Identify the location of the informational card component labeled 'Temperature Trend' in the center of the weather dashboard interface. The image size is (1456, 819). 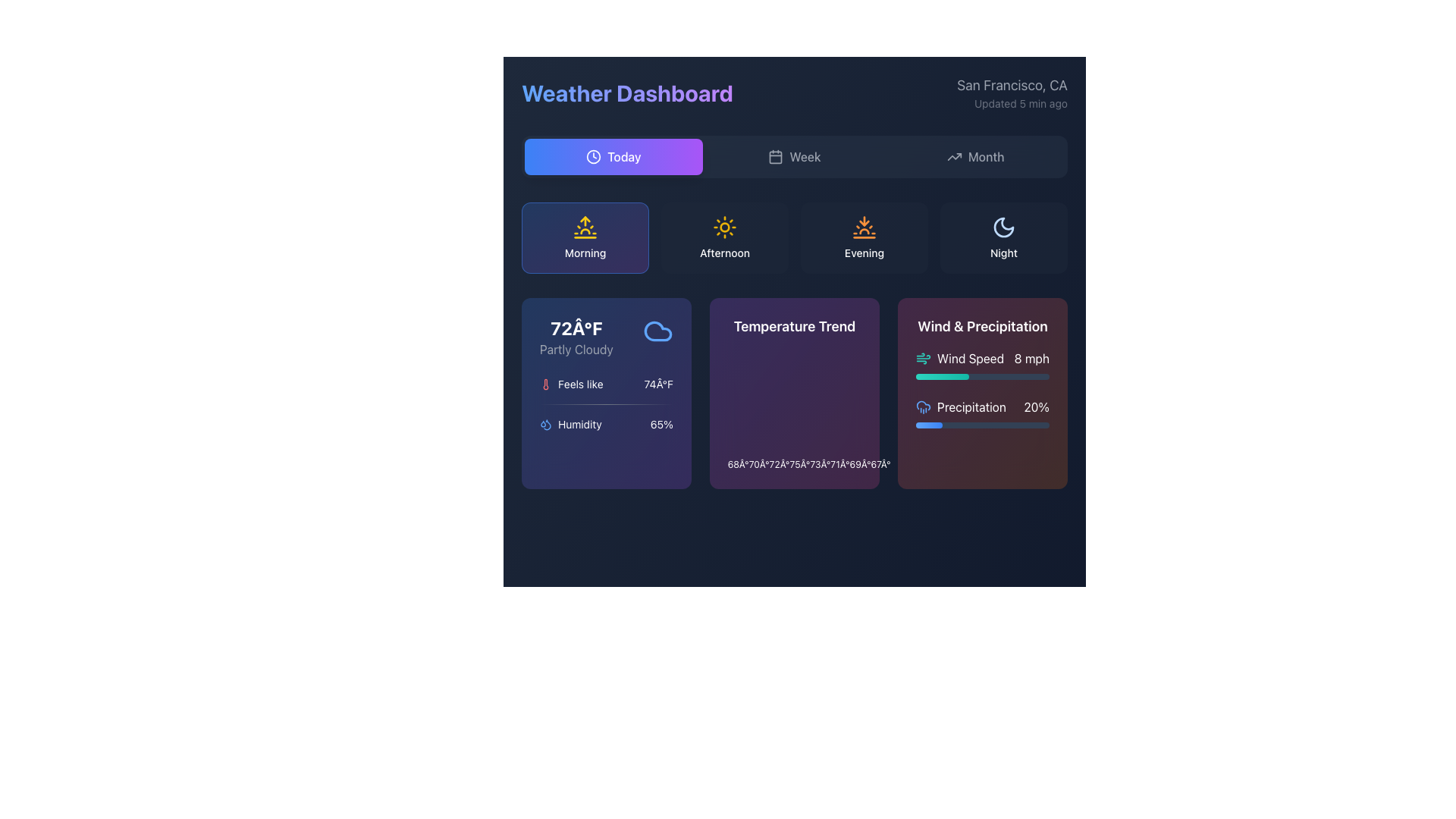
(793, 393).